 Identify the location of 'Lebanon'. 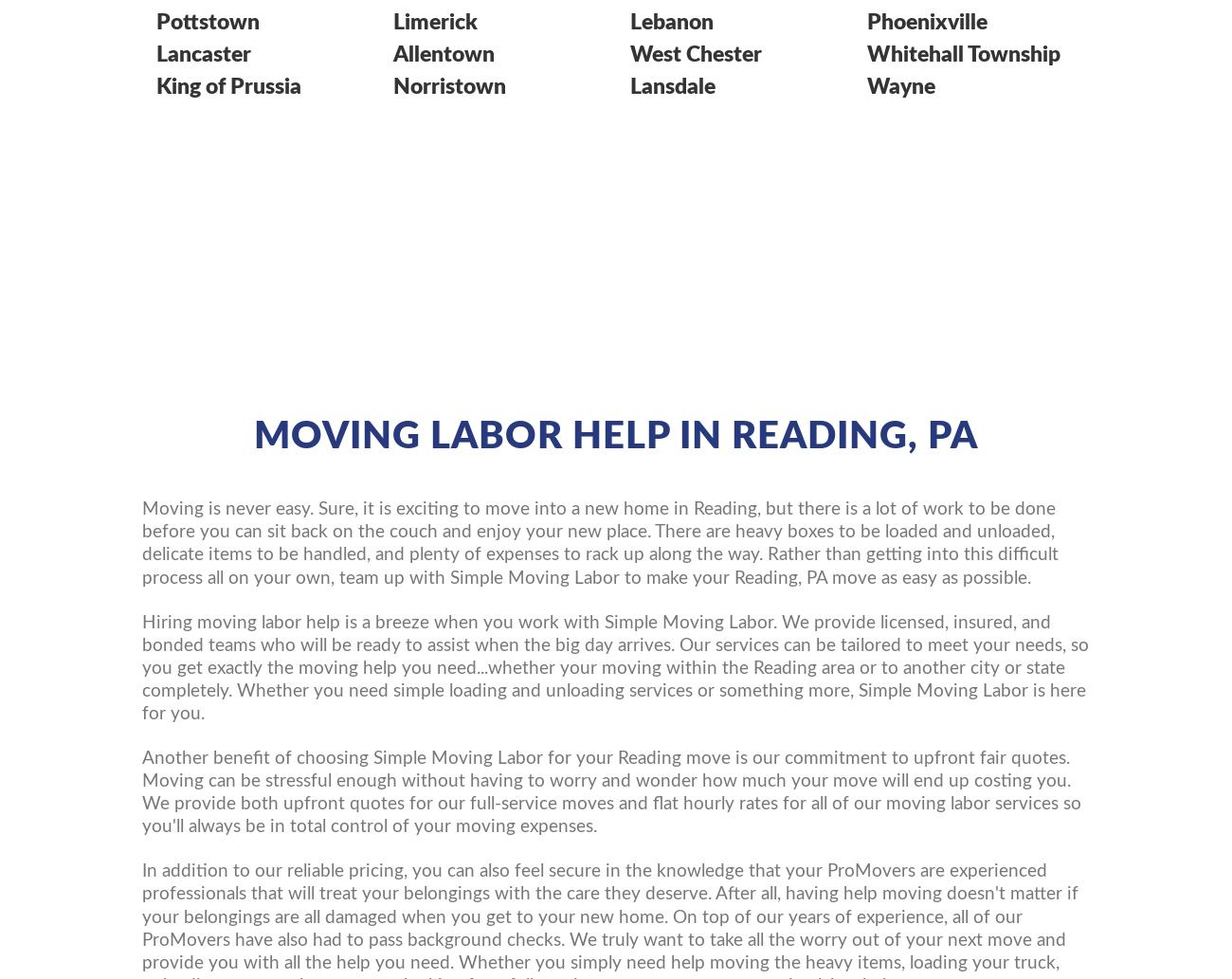
(672, 22).